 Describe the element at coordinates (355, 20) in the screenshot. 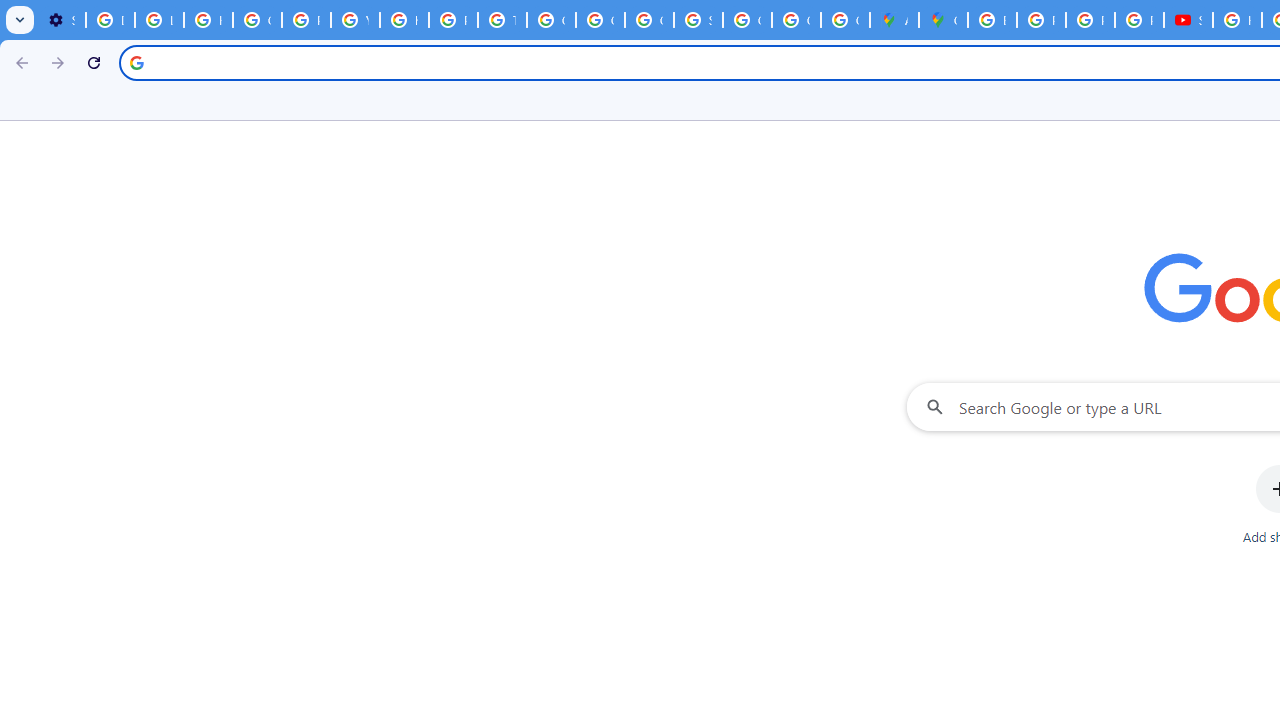

I see `'YouTube'` at that location.